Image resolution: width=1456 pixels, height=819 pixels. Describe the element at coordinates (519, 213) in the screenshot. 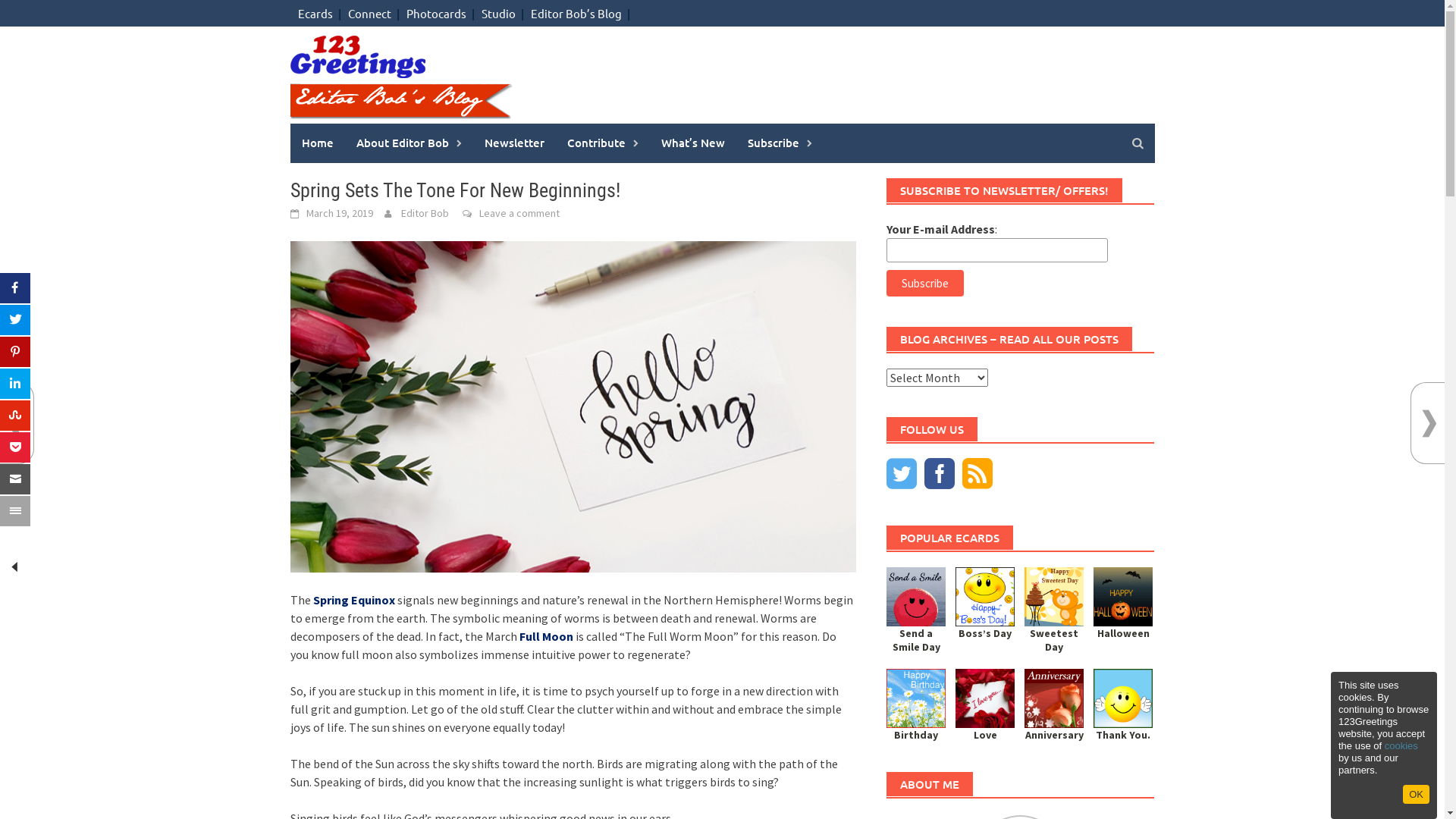

I see `'Leave a comment'` at that location.